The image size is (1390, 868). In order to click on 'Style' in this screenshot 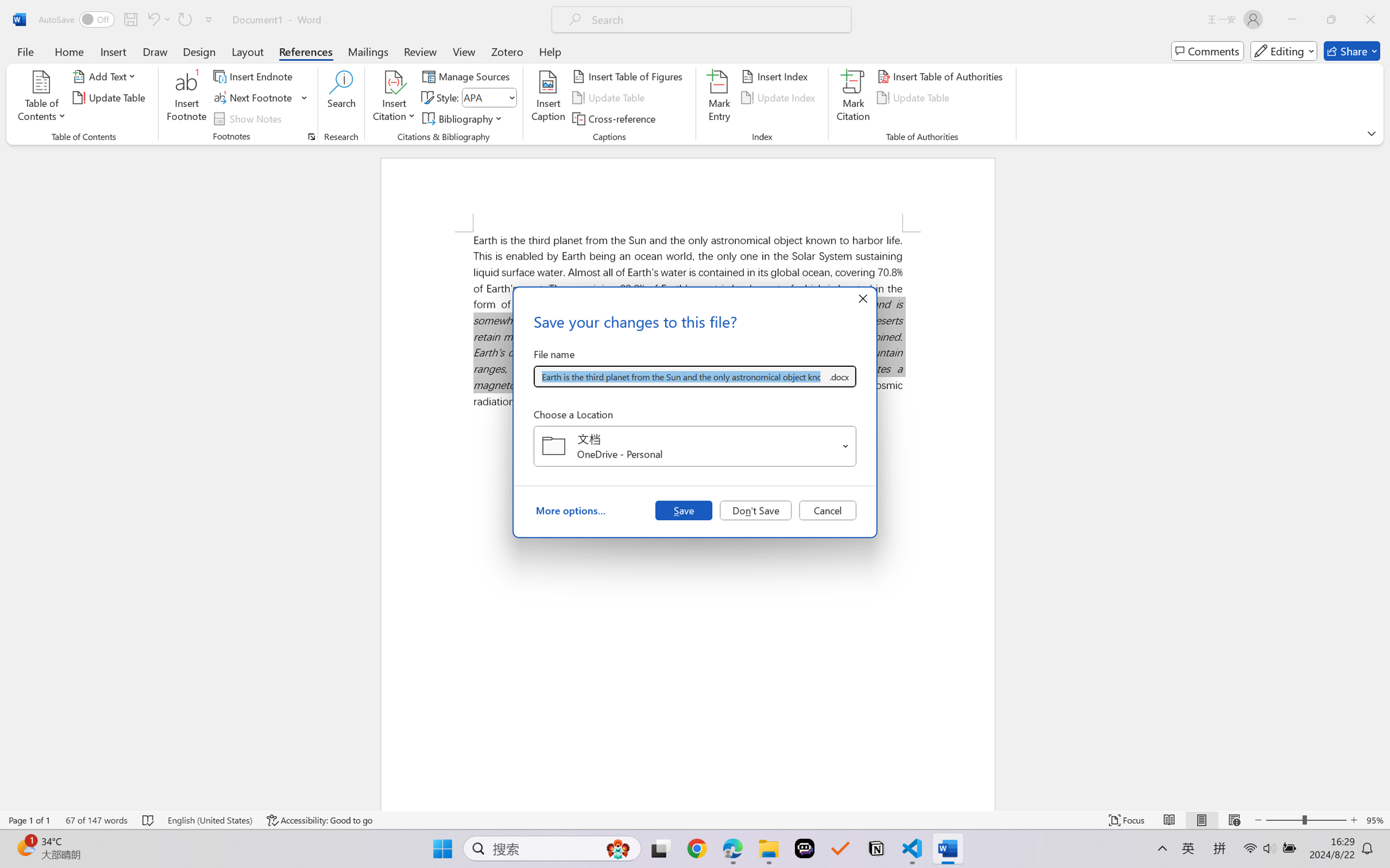, I will do `click(489, 98)`.